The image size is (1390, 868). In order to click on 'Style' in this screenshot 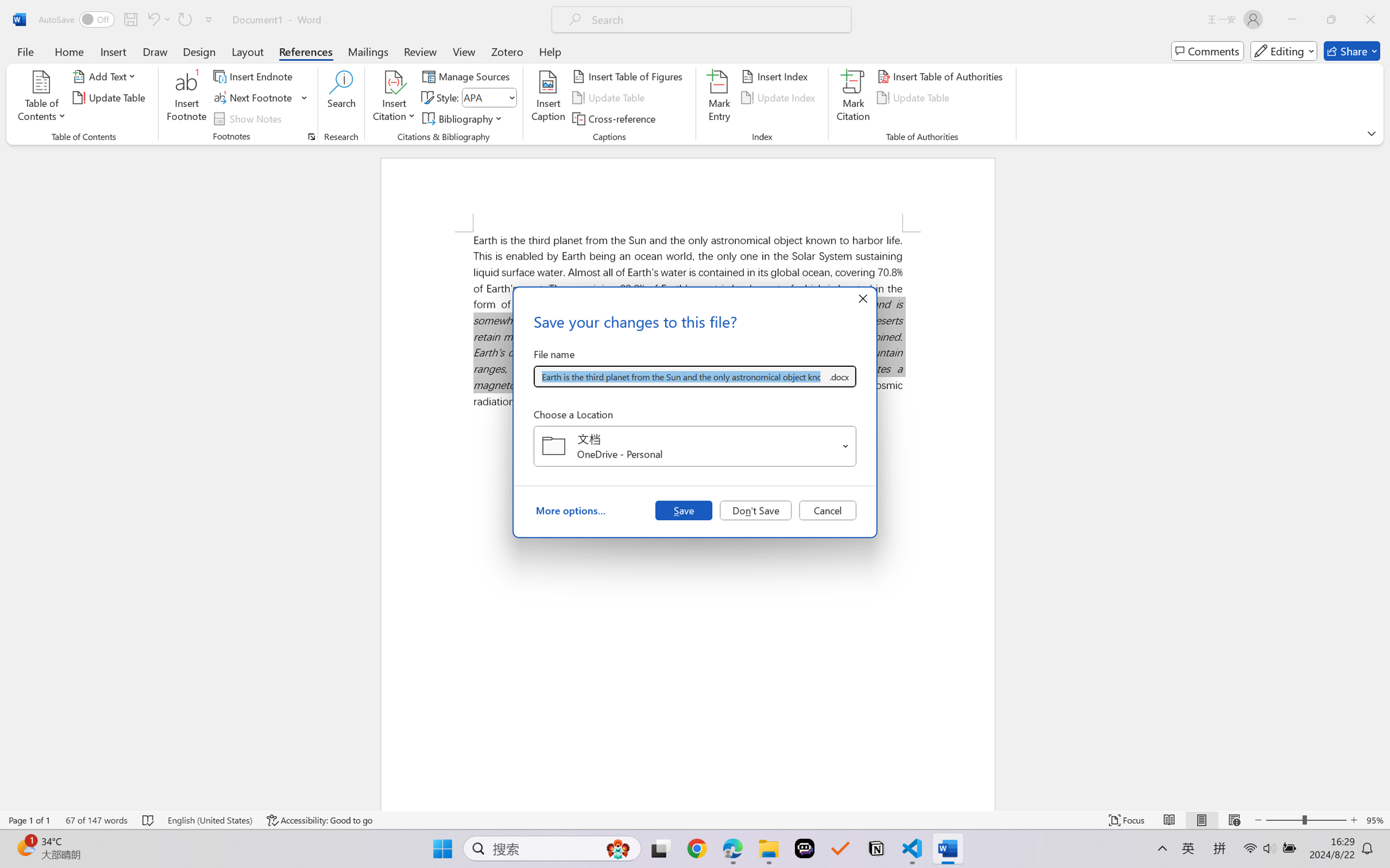, I will do `click(489, 98)`.